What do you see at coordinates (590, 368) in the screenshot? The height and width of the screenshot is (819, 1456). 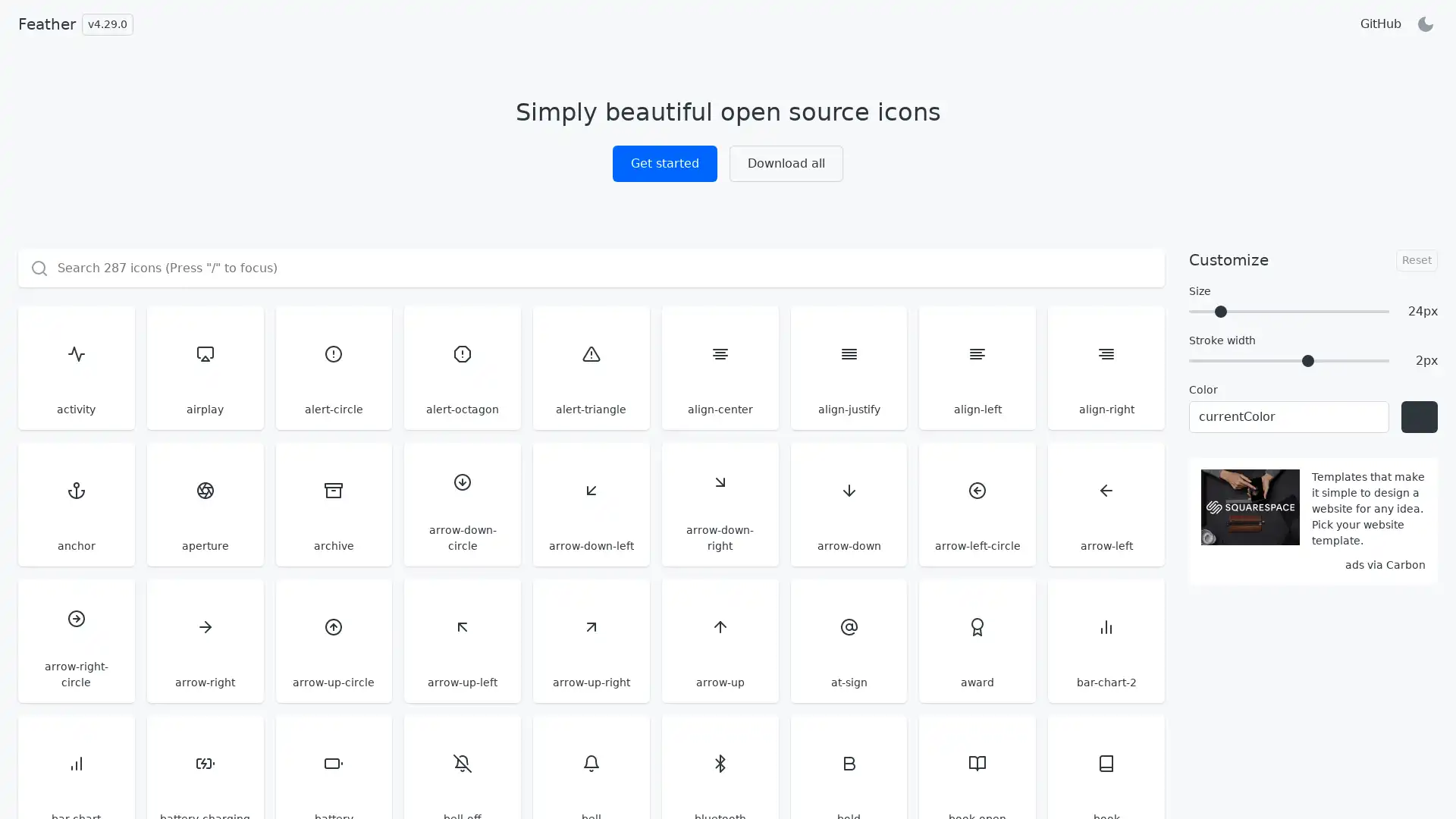 I see `alert-triangle` at bounding box center [590, 368].